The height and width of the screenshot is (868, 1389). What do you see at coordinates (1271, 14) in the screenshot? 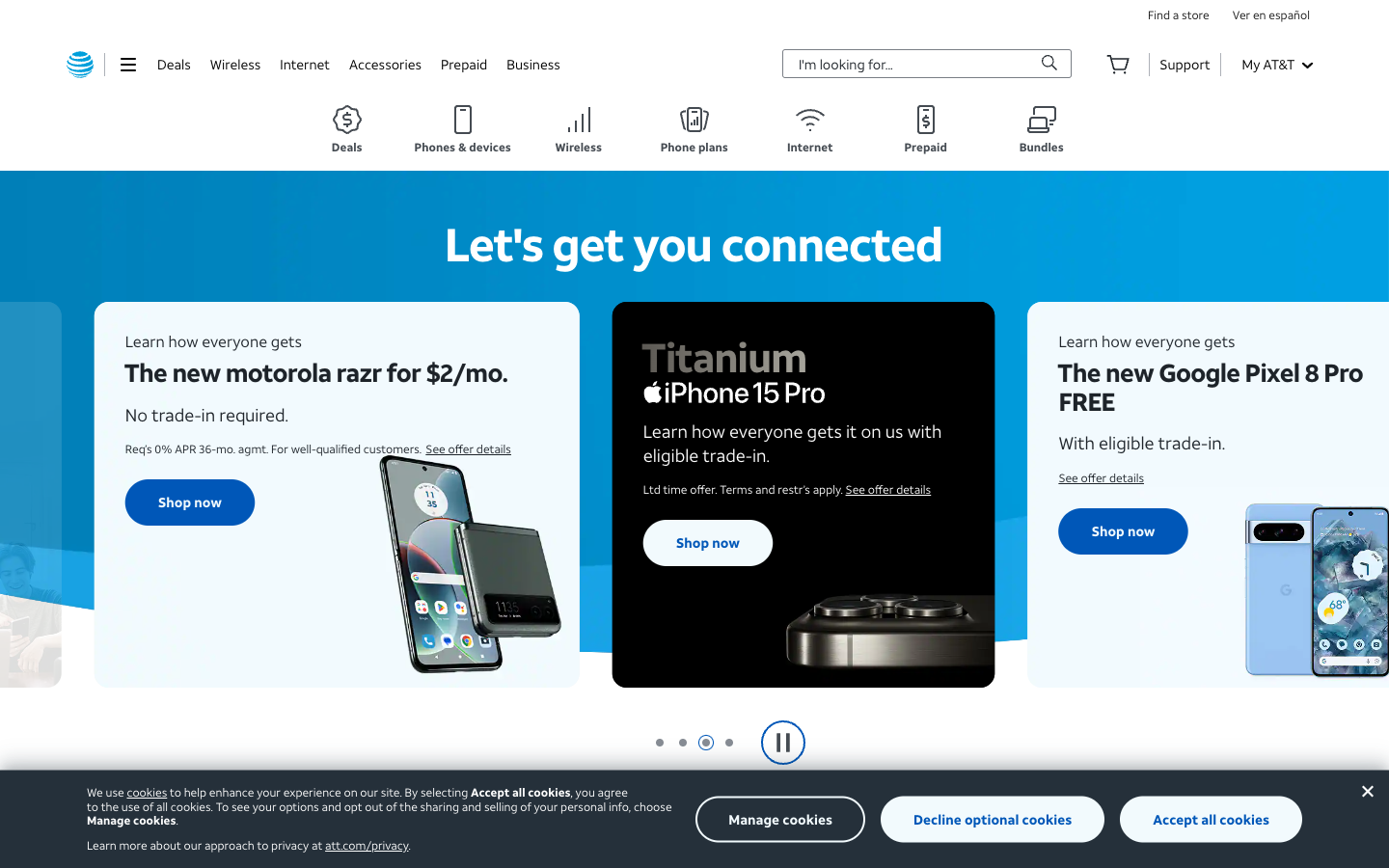
I see `Activate Spanish language setting` at bounding box center [1271, 14].